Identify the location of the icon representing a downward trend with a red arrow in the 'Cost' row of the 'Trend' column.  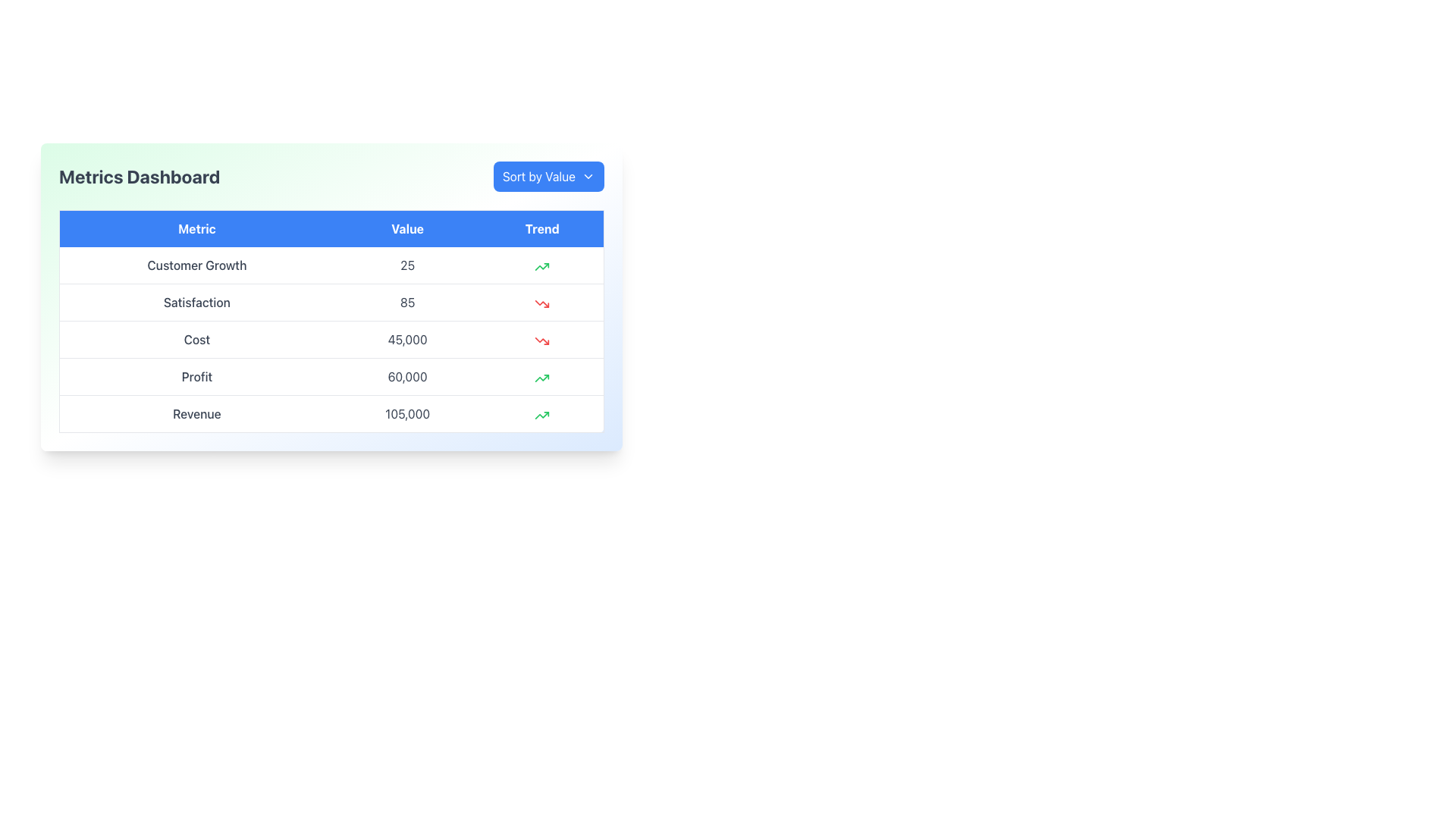
(542, 338).